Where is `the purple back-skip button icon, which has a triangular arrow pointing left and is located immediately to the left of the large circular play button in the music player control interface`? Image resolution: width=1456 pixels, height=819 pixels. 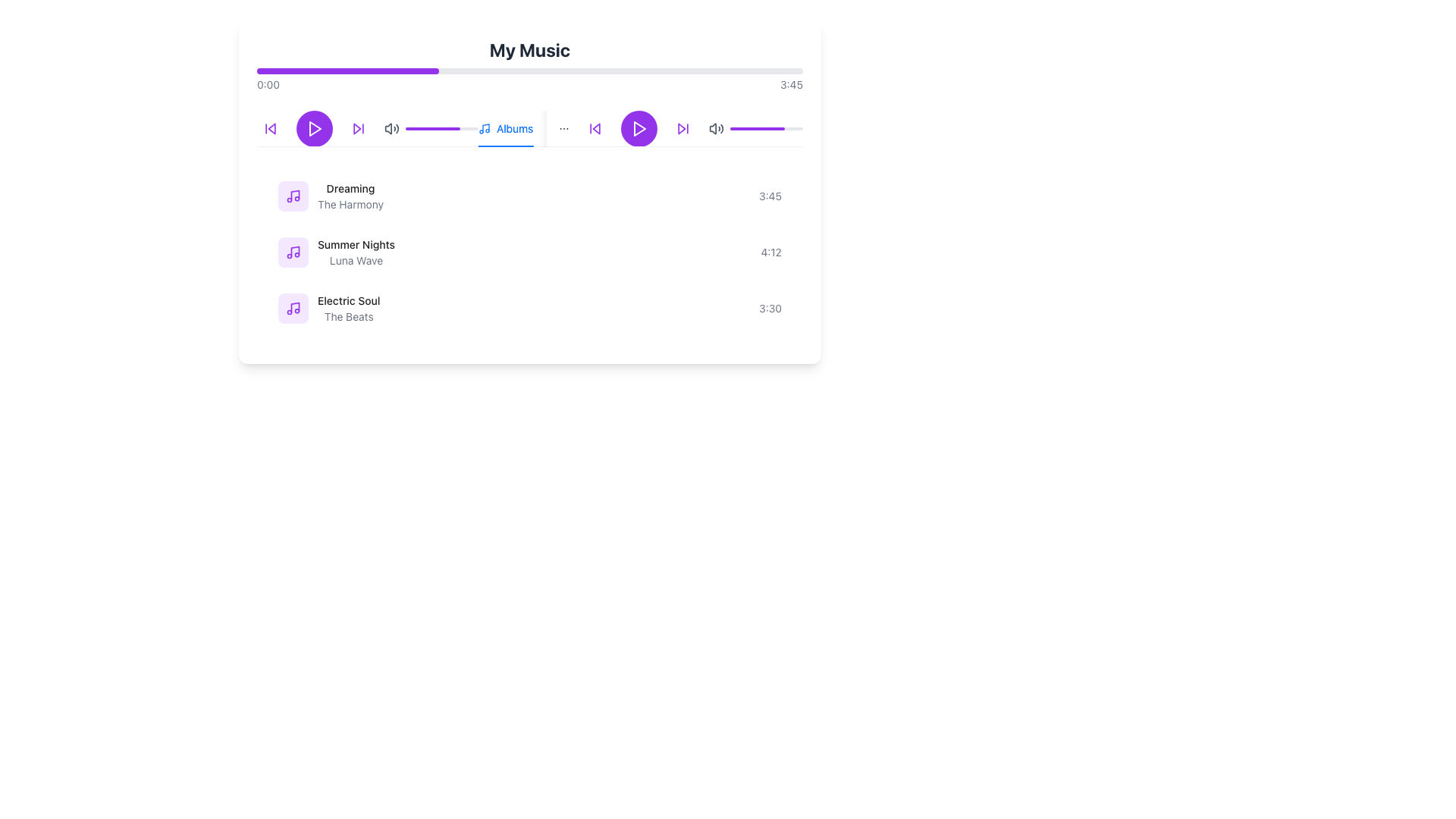 the purple back-skip button icon, which has a triangular arrow pointing left and is located immediately to the left of the large circular play button in the music player control interface is located at coordinates (270, 127).